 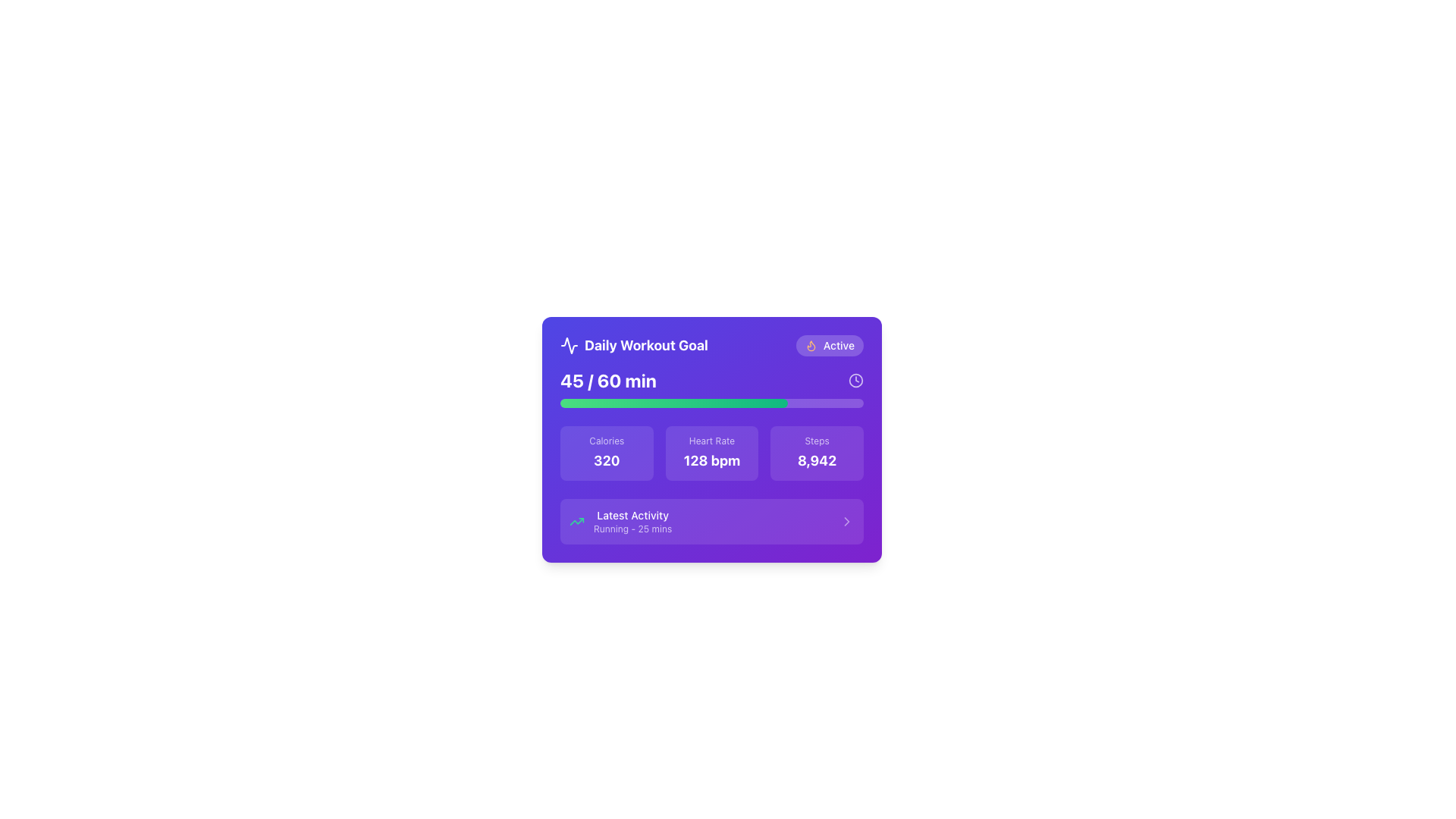 What do you see at coordinates (816, 460) in the screenshot?
I see `the Text Display element that shows the current number of steps taken in the fitness tracking card, located below the label 'Steps'` at bounding box center [816, 460].